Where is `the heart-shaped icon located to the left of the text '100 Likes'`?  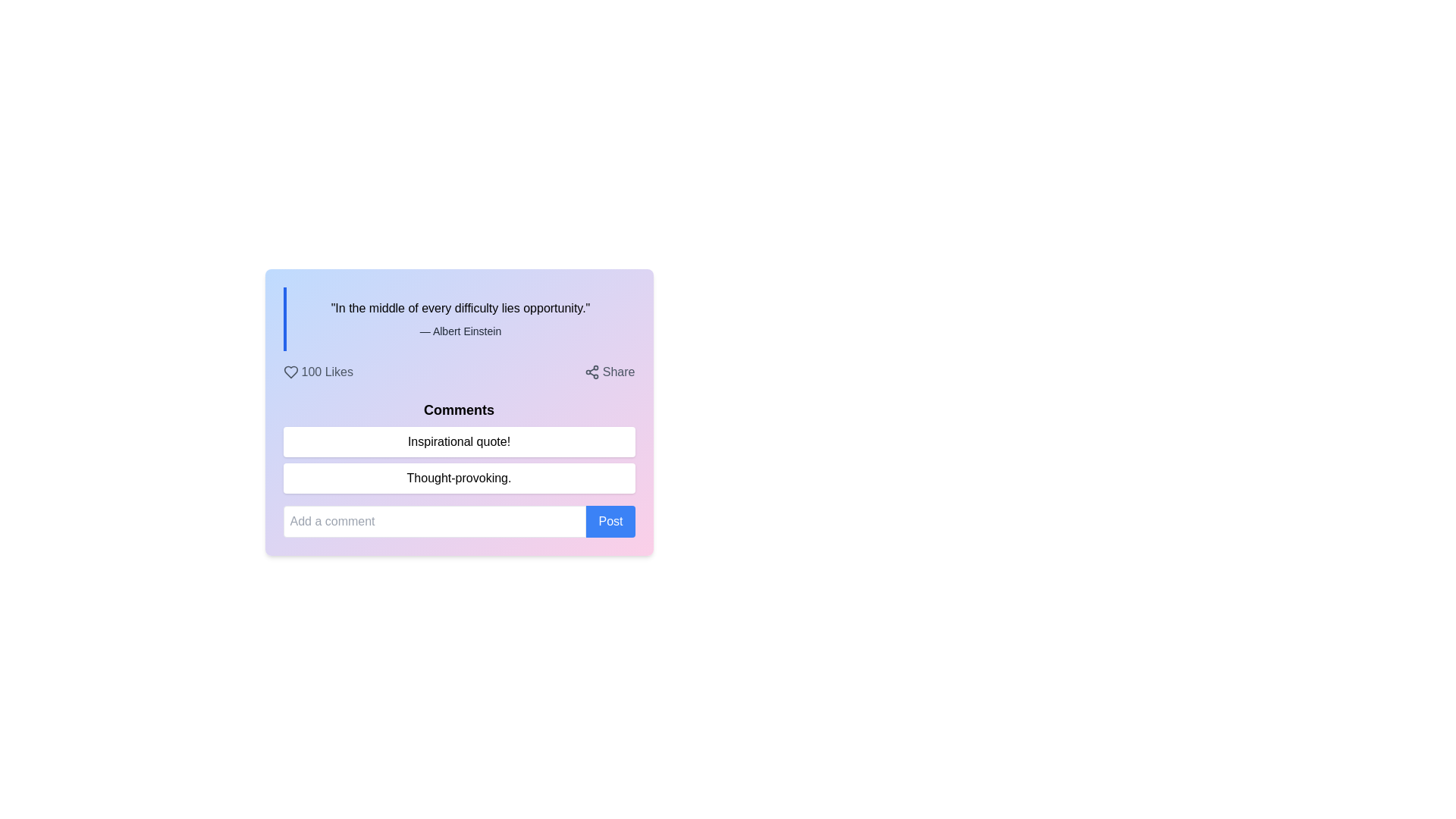 the heart-shaped icon located to the left of the text '100 Likes' is located at coordinates (290, 372).